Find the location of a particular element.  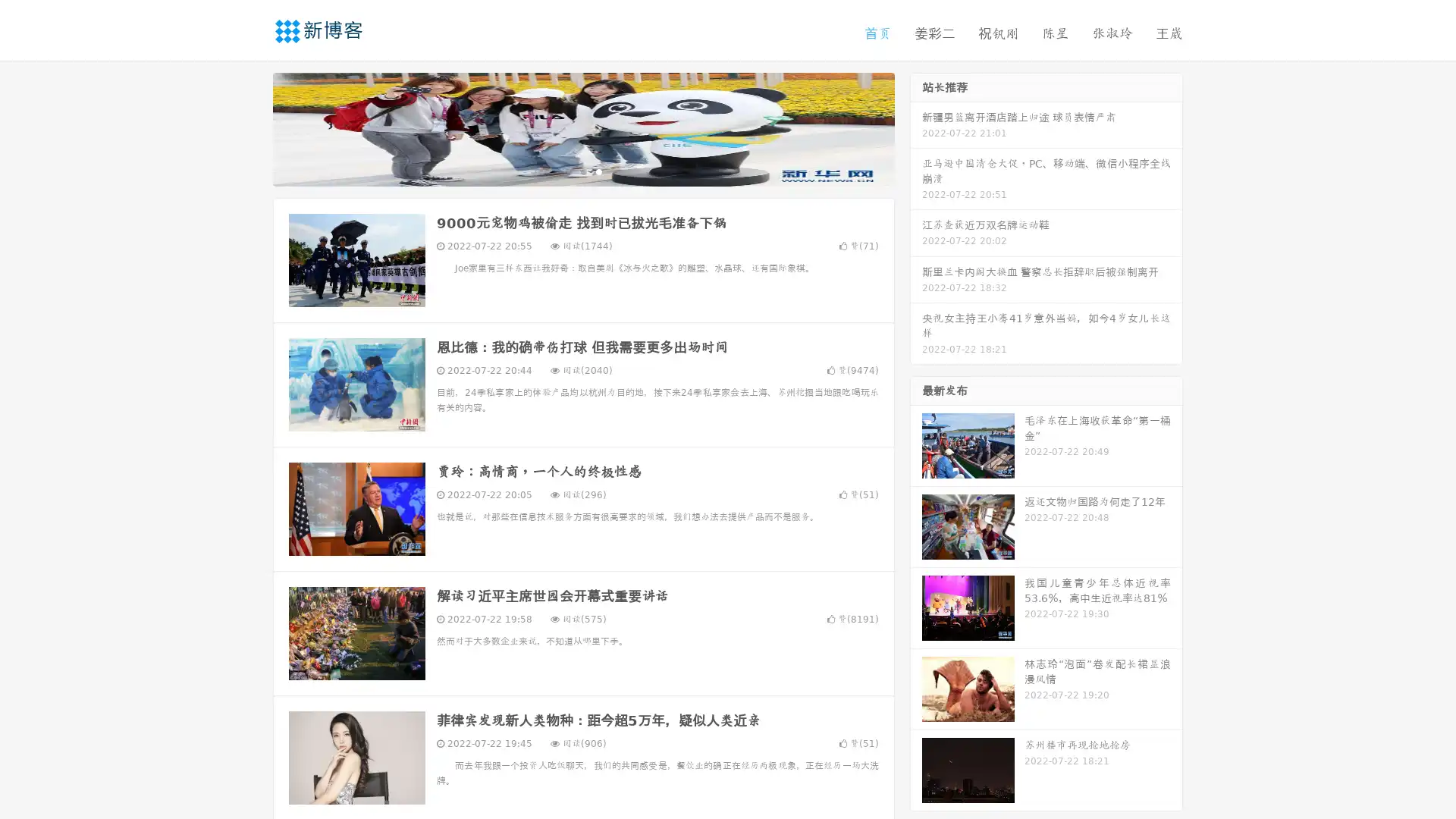

Go to slide 1 is located at coordinates (567, 171).